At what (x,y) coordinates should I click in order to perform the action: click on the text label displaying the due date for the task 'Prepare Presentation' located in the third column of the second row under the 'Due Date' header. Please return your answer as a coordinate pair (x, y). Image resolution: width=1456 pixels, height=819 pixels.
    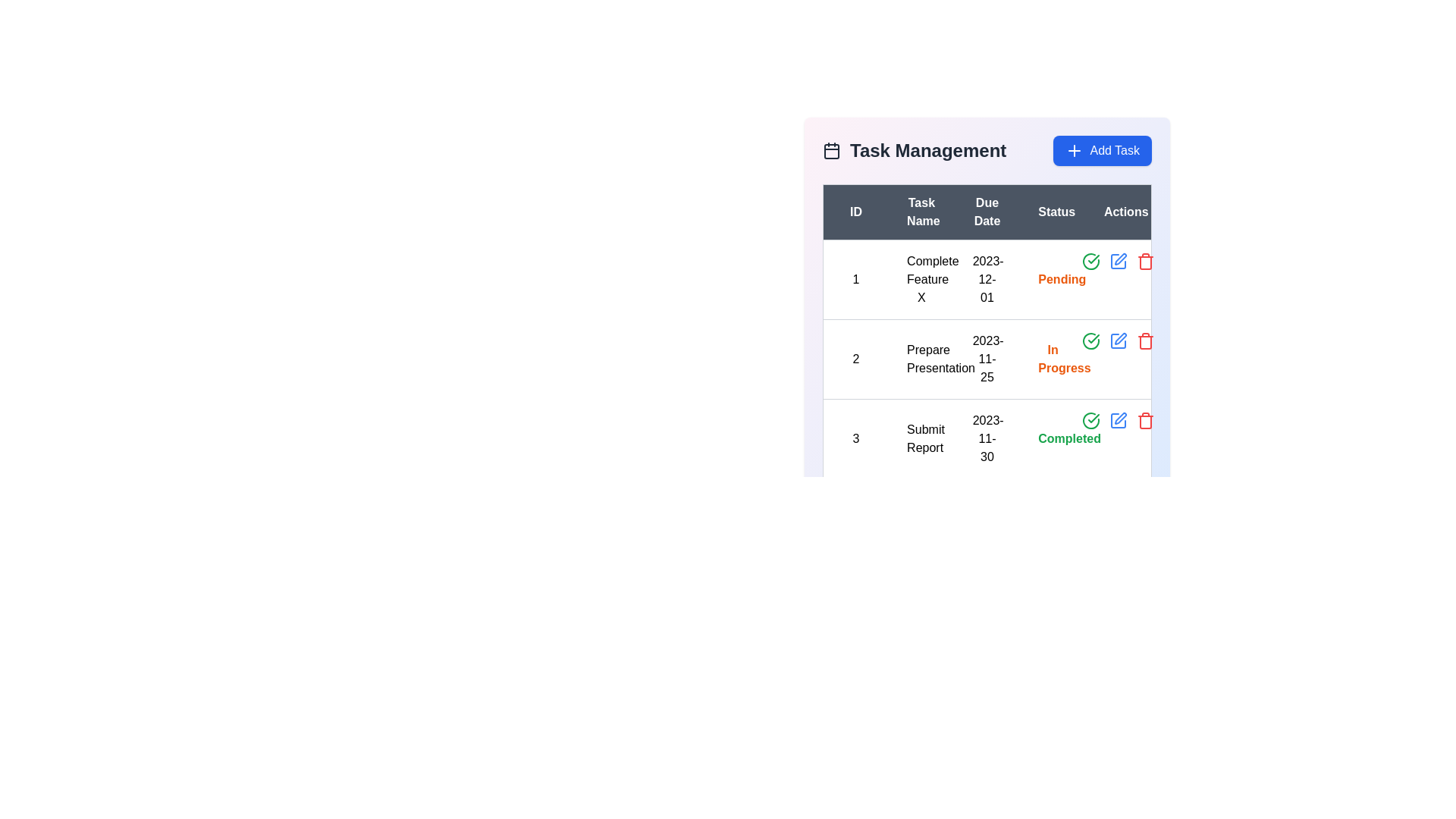
    Looking at the image, I should click on (987, 359).